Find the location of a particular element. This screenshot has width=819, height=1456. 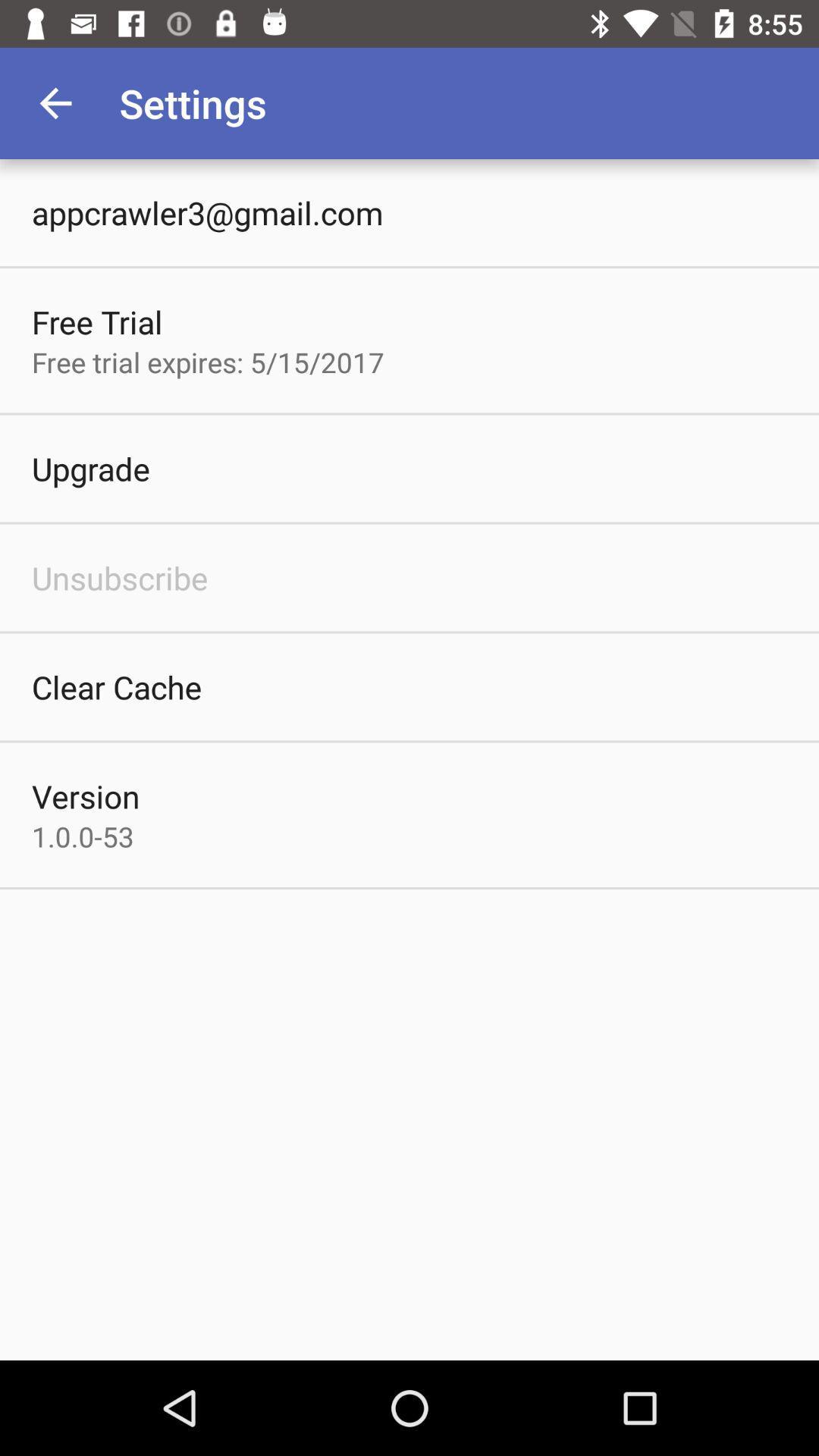

the item above the free trial item is located at coordinates (207, 212).